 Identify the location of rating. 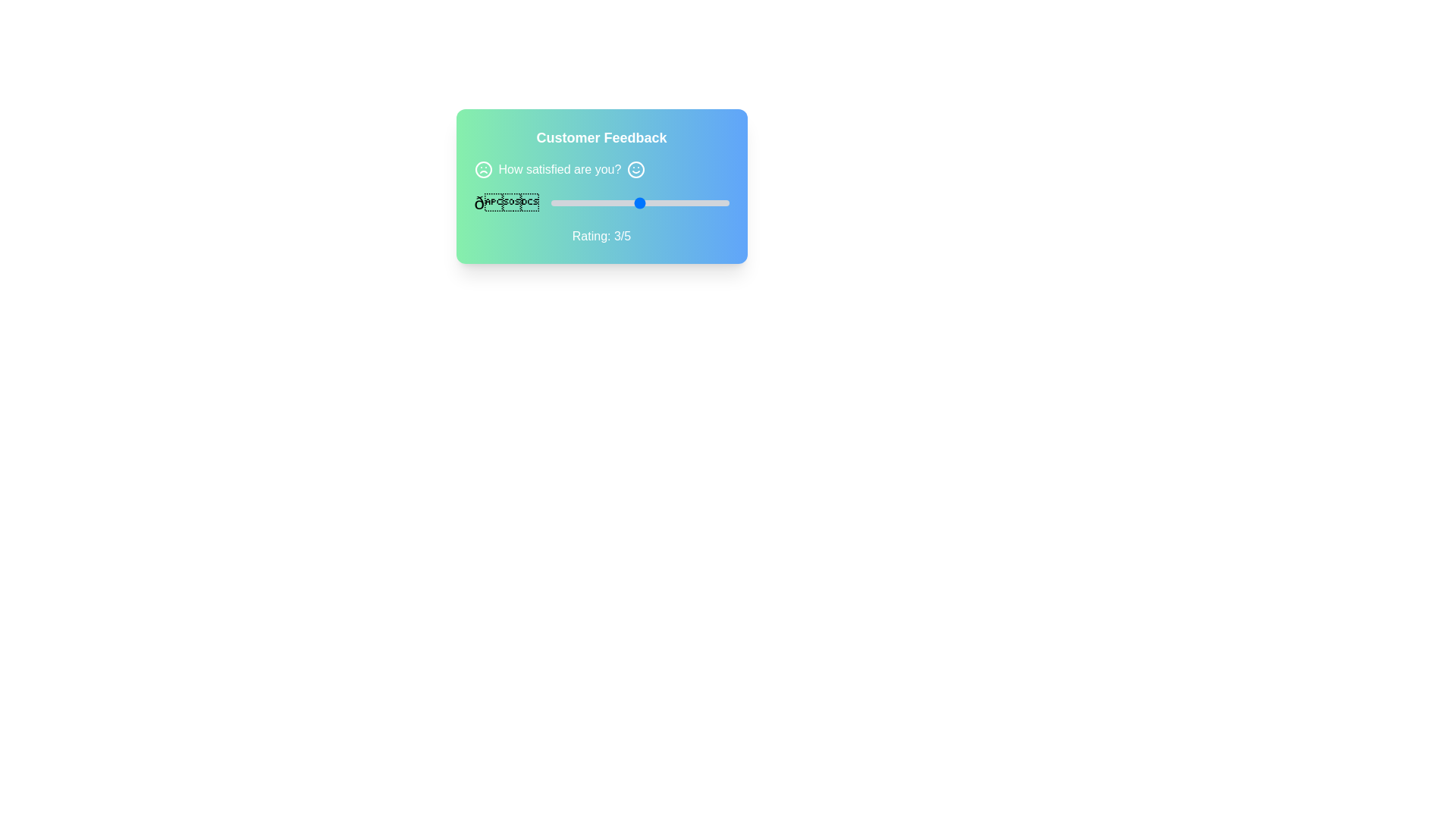
(595, 202).